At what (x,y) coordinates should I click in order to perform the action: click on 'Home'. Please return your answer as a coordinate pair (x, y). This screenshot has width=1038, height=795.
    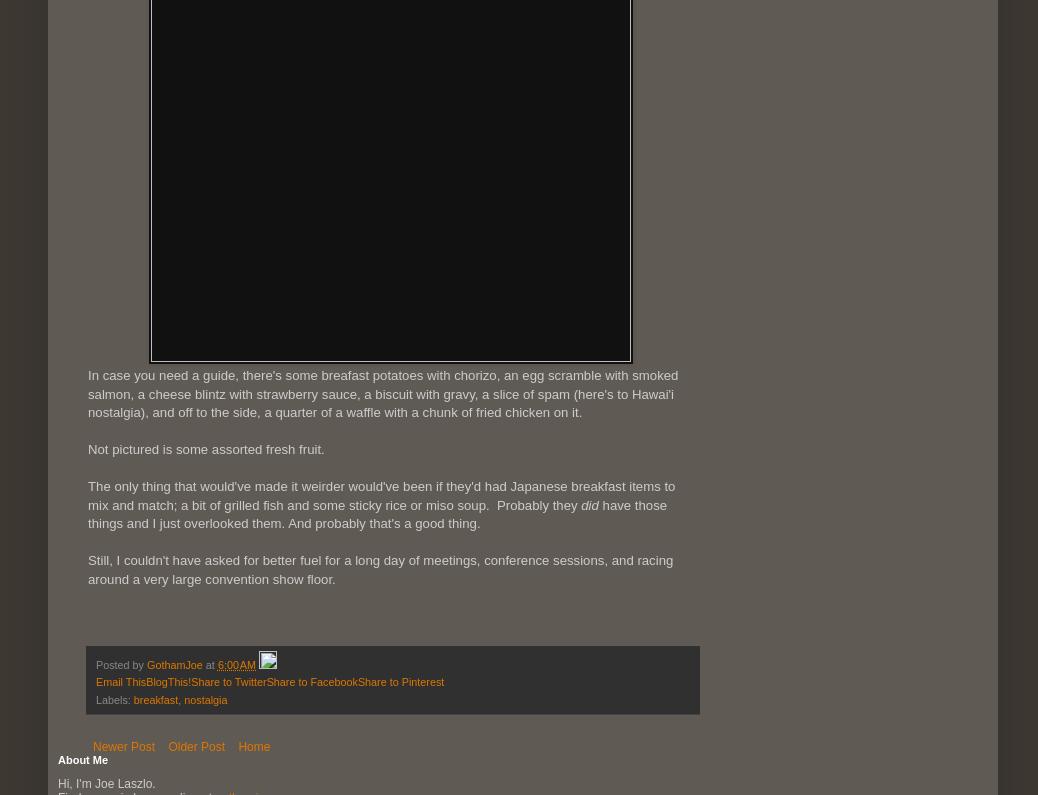
    Looking at the image, I should click on (252, 745).